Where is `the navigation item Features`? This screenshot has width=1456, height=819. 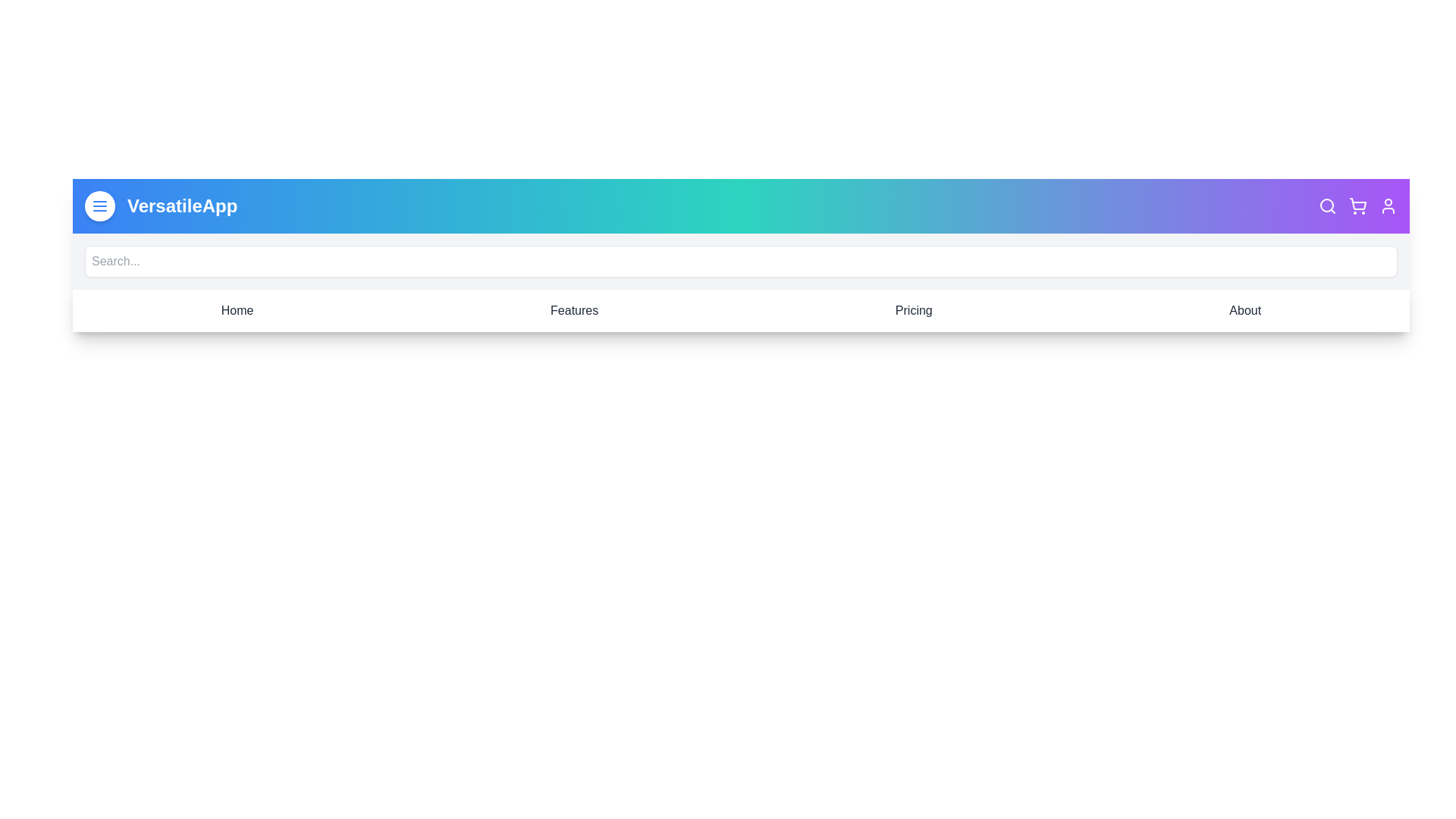 the navigation item Features is located at coordinates (573, 309).